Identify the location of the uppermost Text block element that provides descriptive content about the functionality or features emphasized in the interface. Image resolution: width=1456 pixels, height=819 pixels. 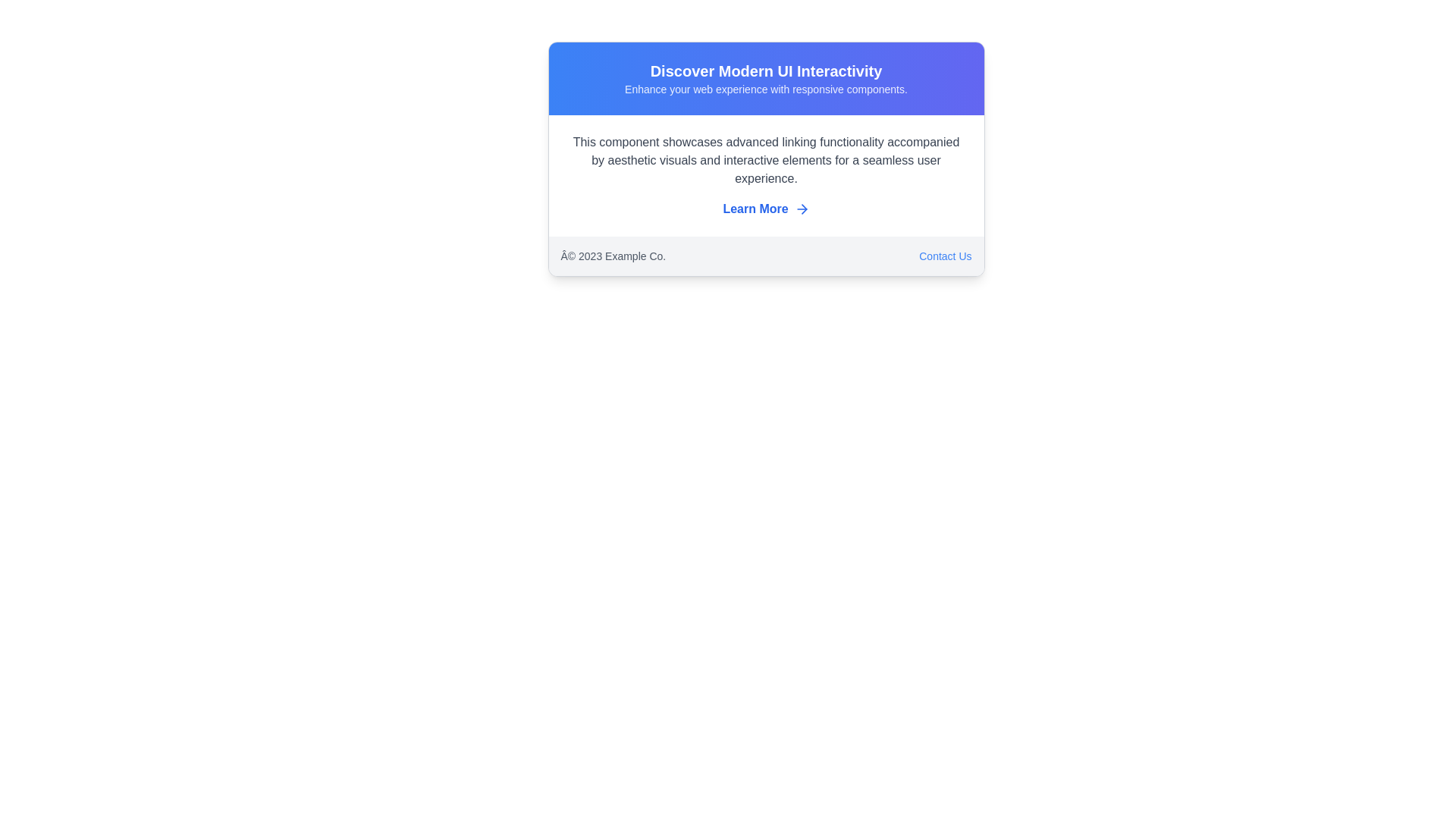
(766, 161).